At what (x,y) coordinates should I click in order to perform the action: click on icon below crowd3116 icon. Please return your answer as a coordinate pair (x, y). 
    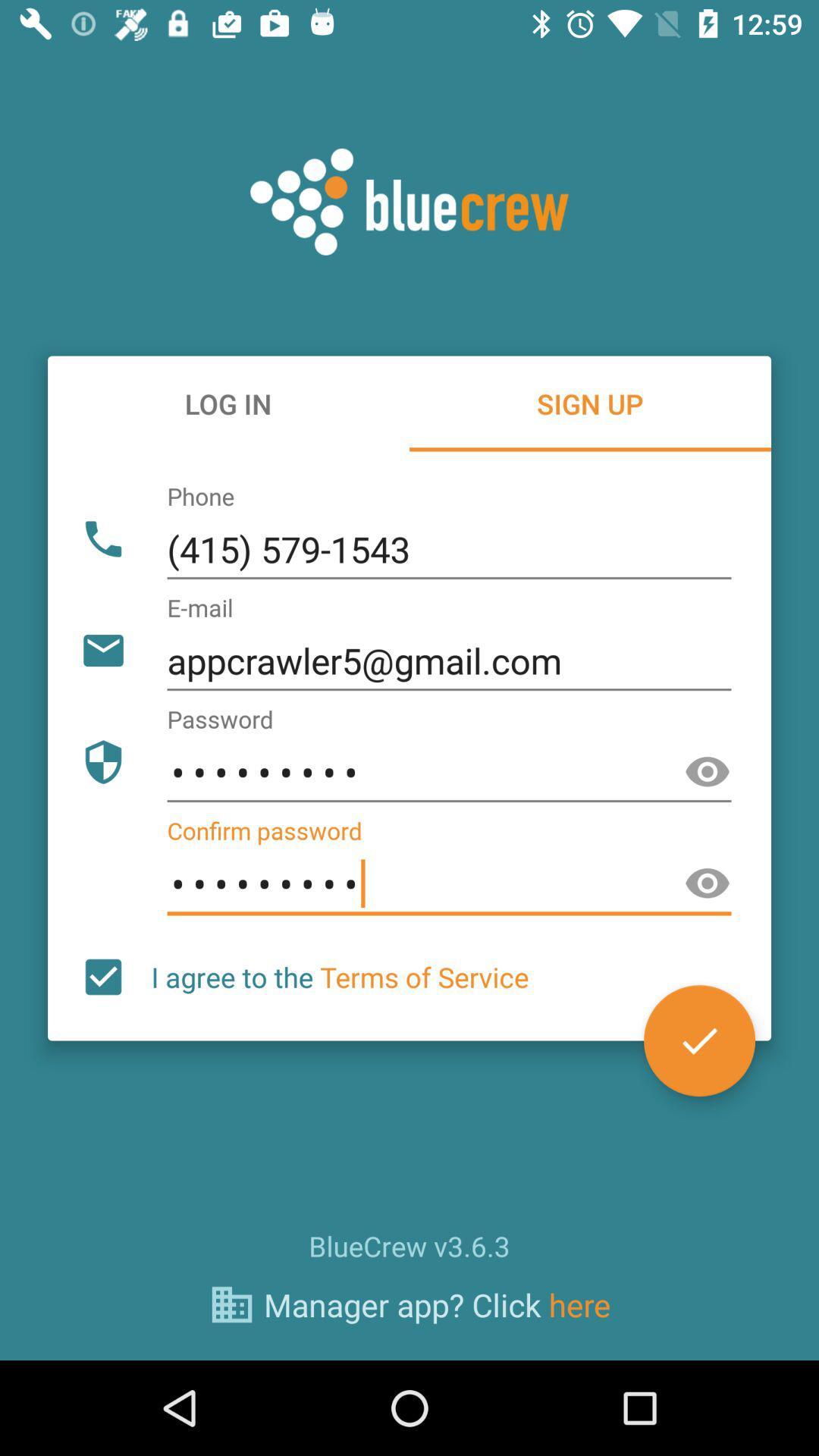
    Looking at the image, I should click on (699, 1040).